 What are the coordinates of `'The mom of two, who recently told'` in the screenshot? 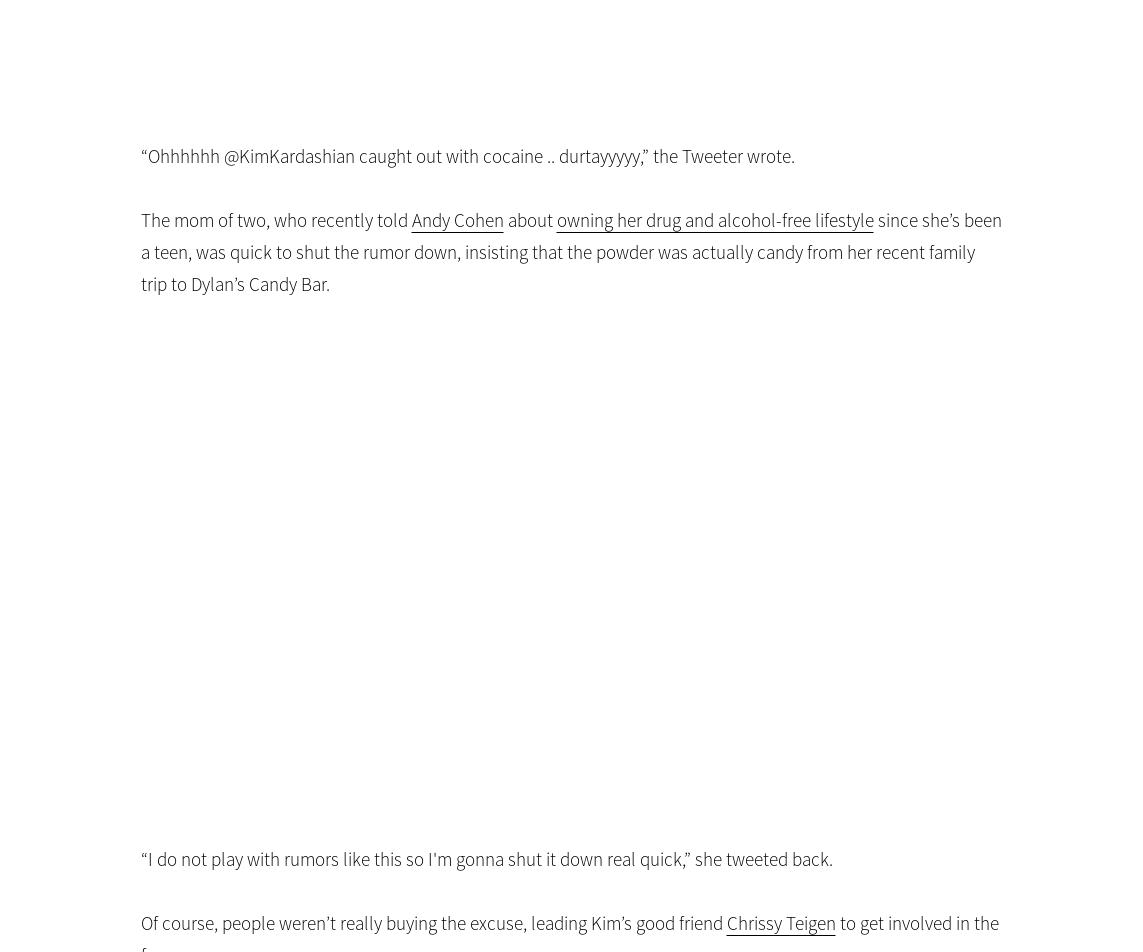 It's located at (275, 220).